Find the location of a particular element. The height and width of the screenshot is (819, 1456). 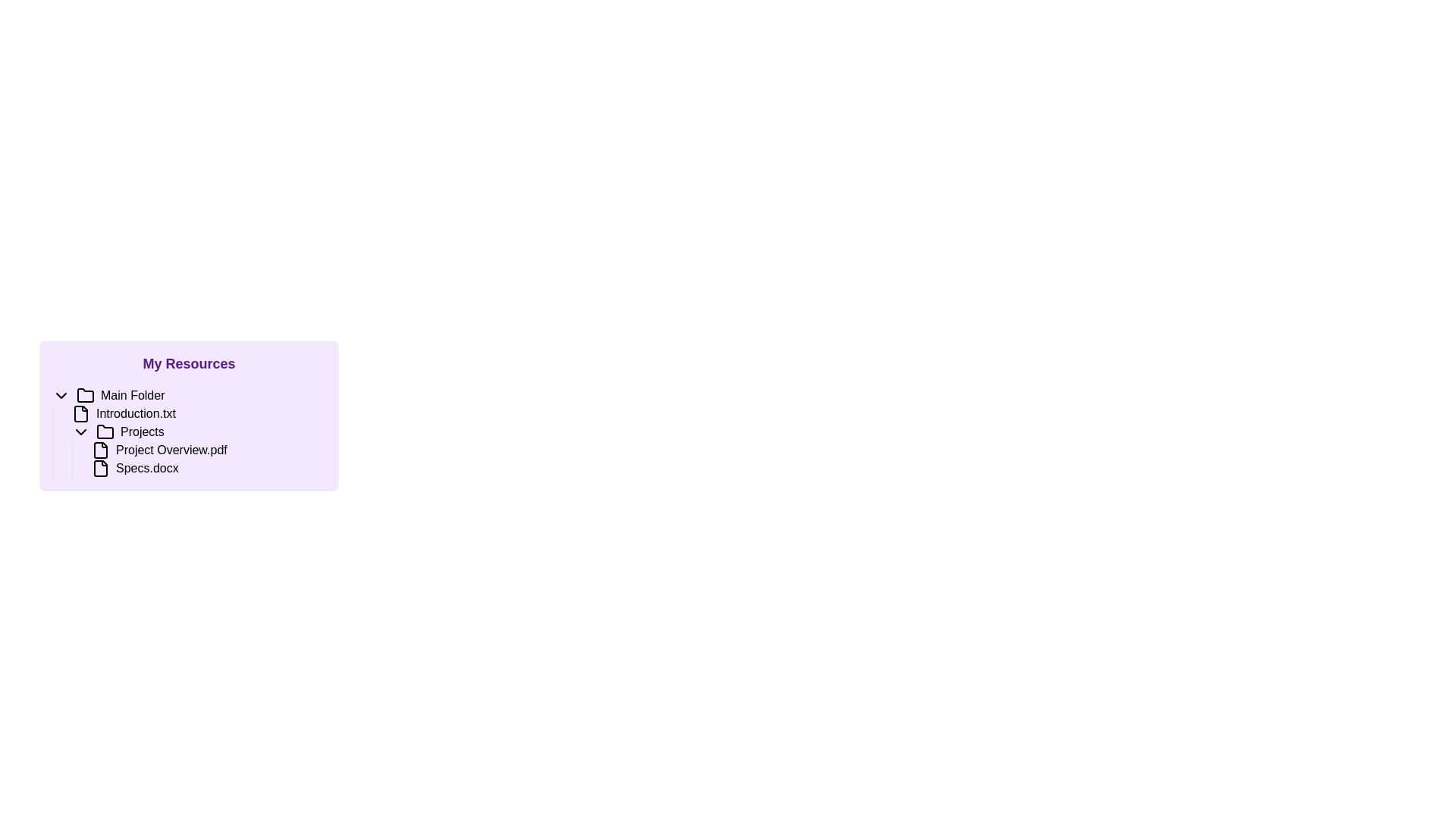

to select the 'Projects' folder icon, which has a stylized outline and is positioned in a hierarchical file system, below 'Introduction.txt' and above 'Project Overview.pdf' is located at coordinates (105, 431).